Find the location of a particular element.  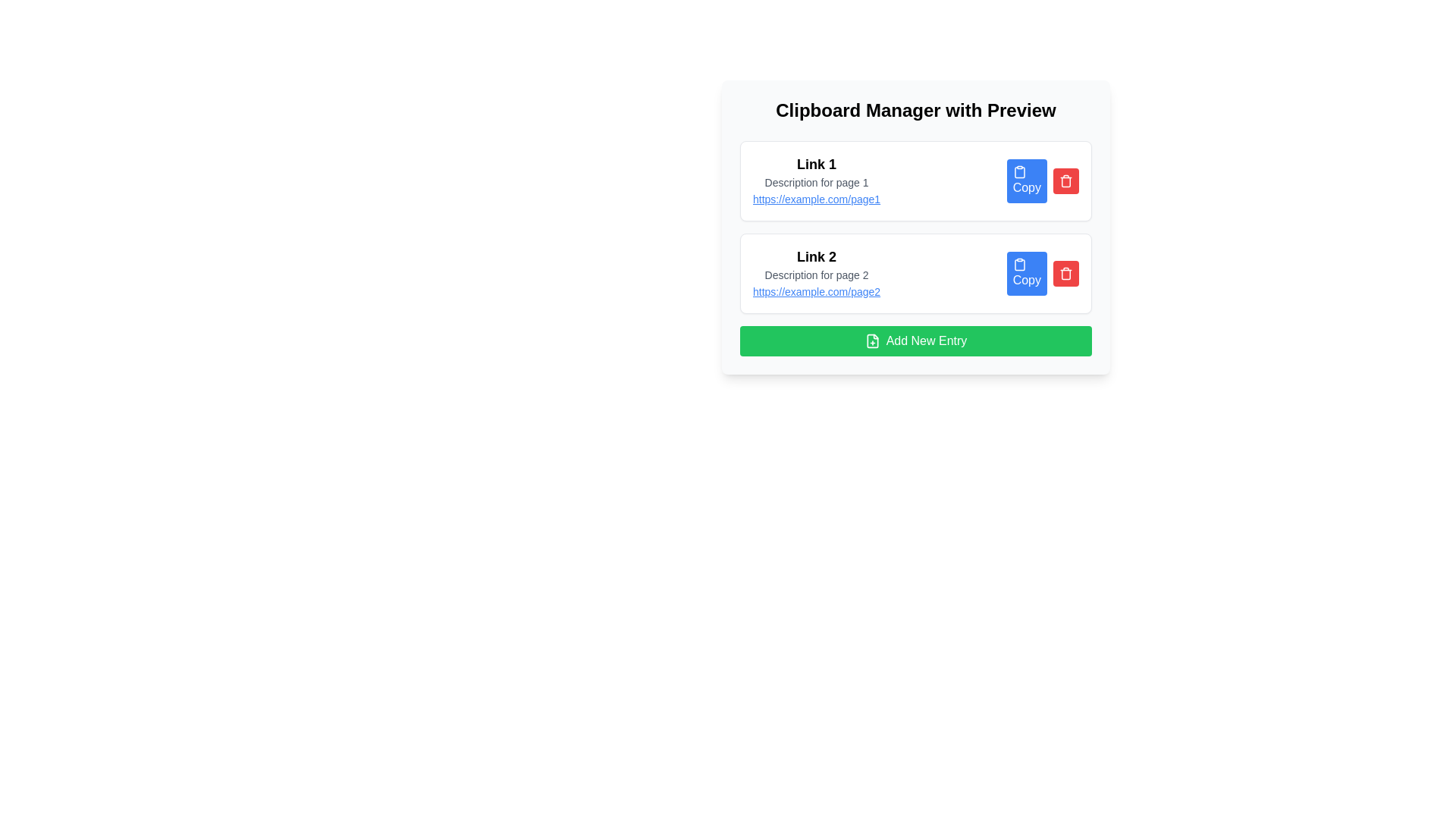

the delete icon button located on the right side of the second entry in the list of links is located at coordinates (1065, 180).